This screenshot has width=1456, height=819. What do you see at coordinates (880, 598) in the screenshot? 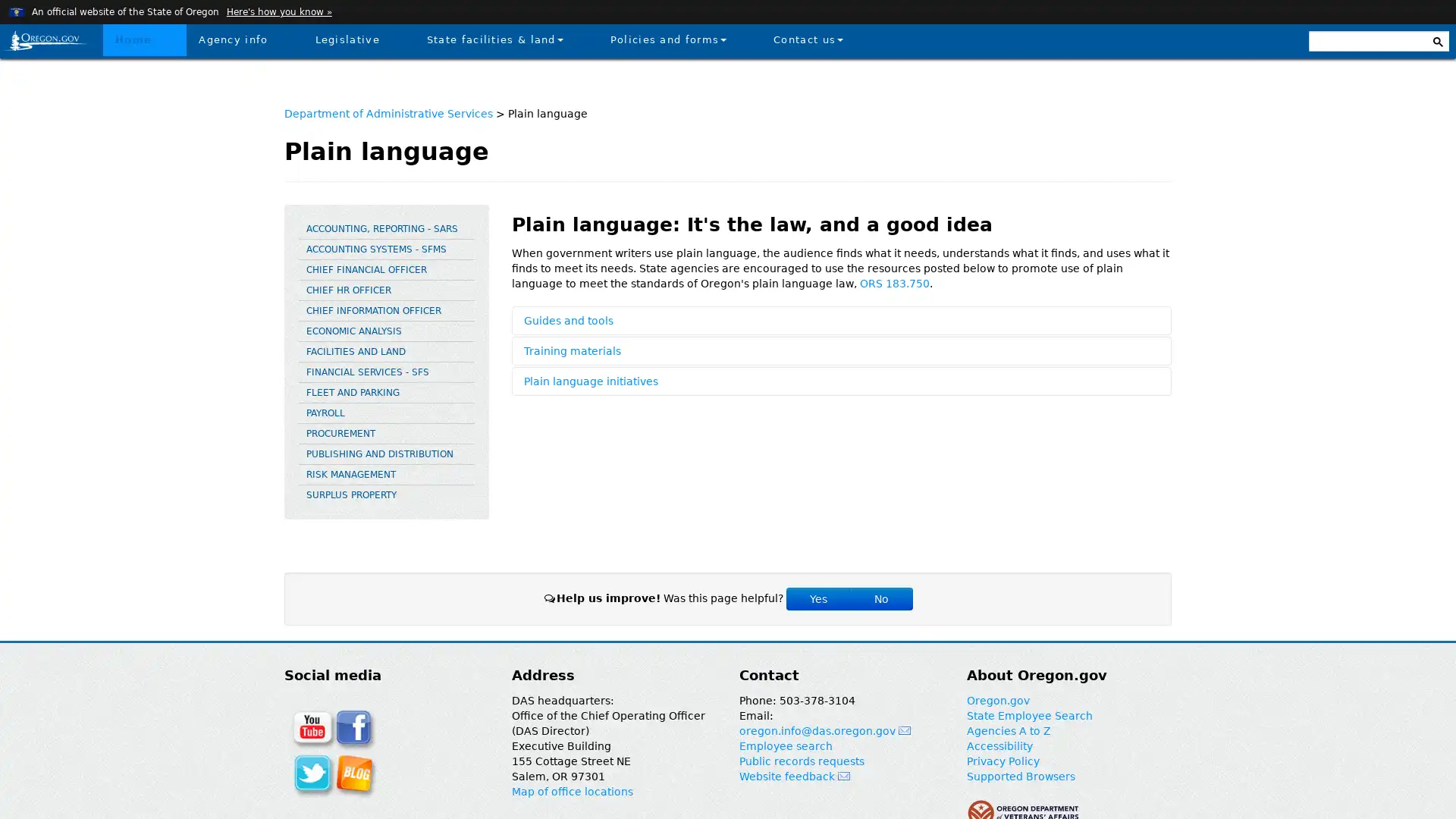
I see `No` at bounding box center [880, 598].